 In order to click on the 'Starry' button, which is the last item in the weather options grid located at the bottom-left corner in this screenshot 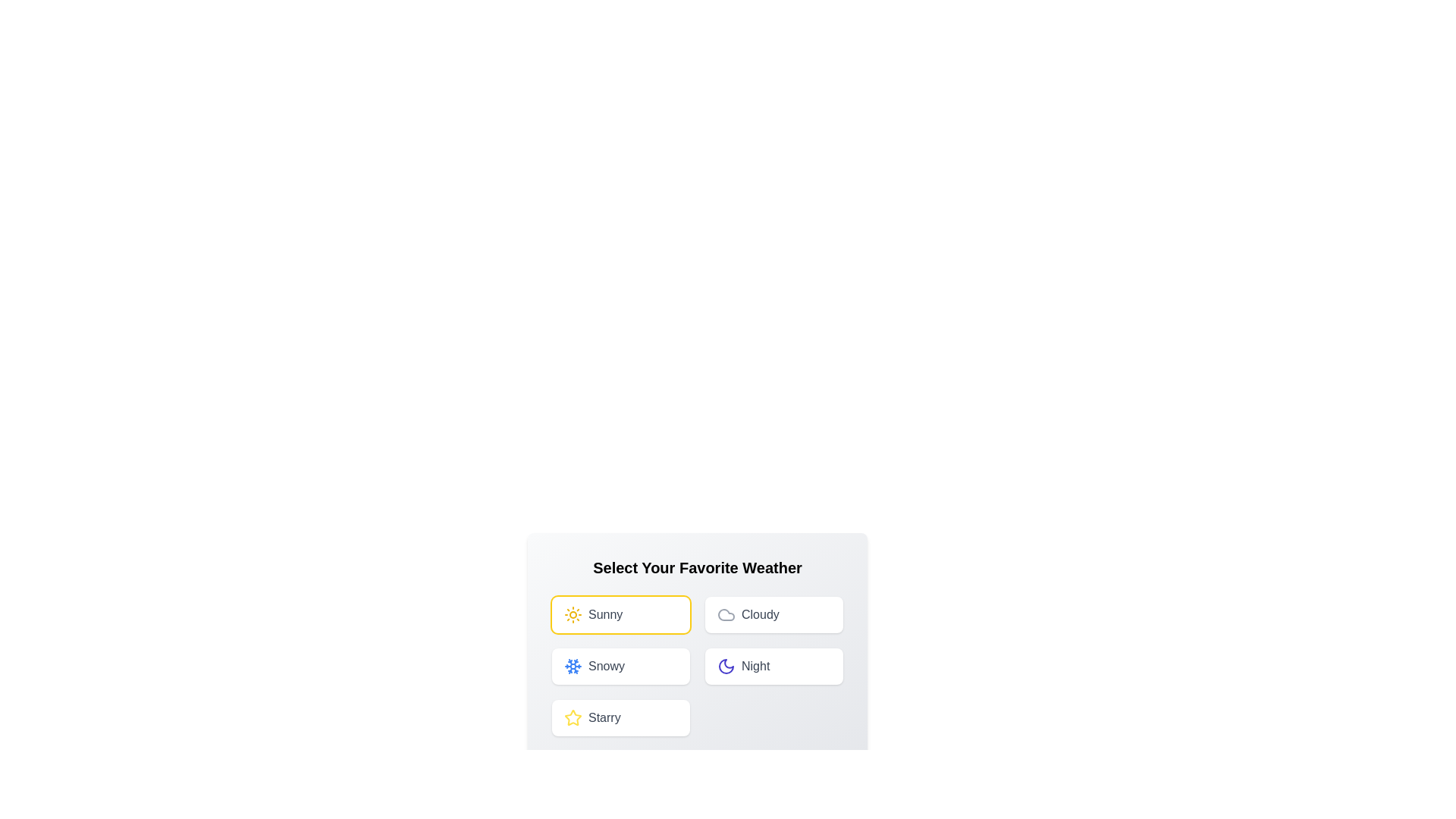, I will do `click(621, 717)`.